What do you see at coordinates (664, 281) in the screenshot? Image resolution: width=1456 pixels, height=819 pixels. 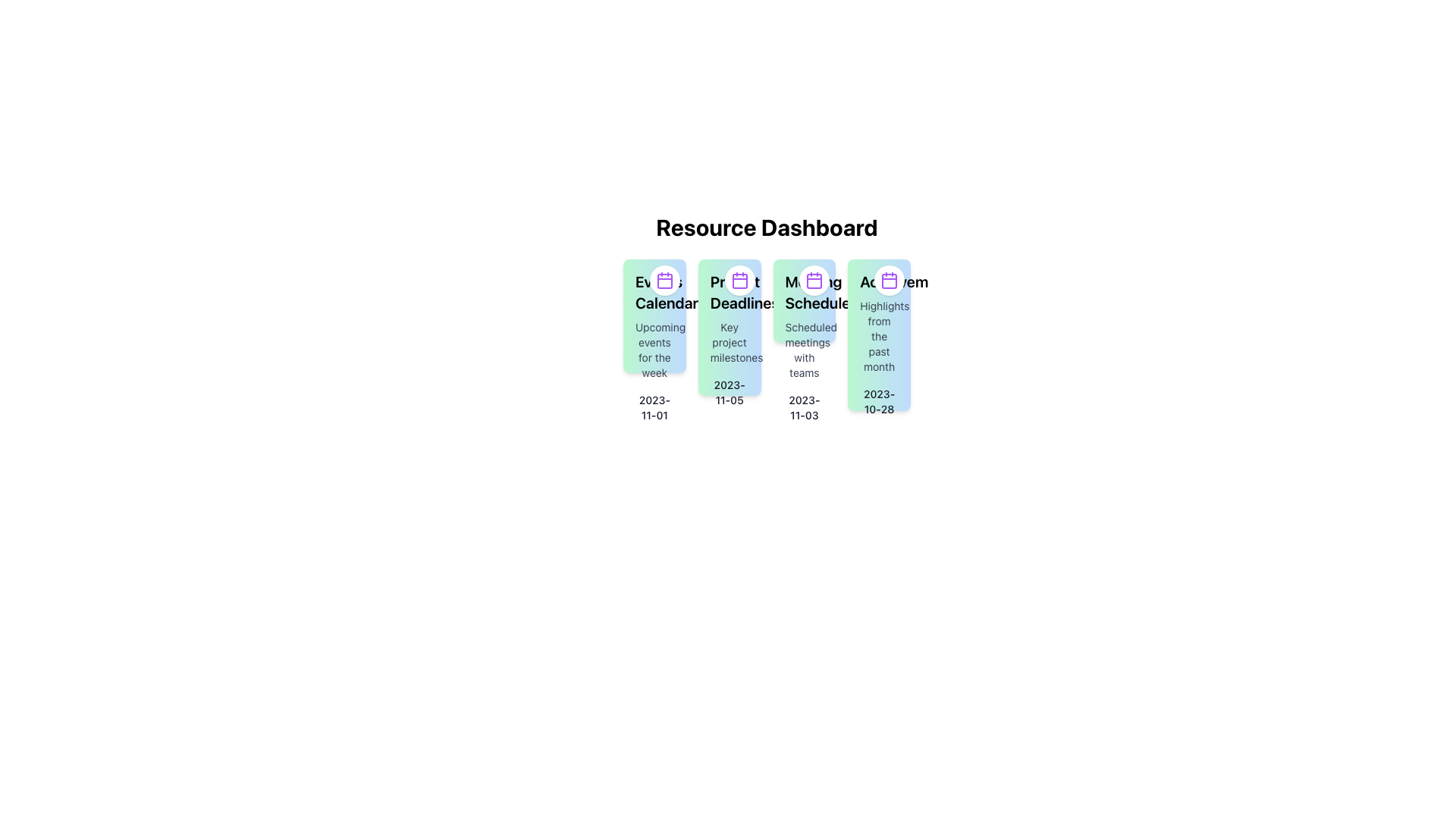 I see `the rectangle element within the calendar icon located in the upper left of the 'Event Calendar' section of the dashboard` at bounding box center [664, 281].